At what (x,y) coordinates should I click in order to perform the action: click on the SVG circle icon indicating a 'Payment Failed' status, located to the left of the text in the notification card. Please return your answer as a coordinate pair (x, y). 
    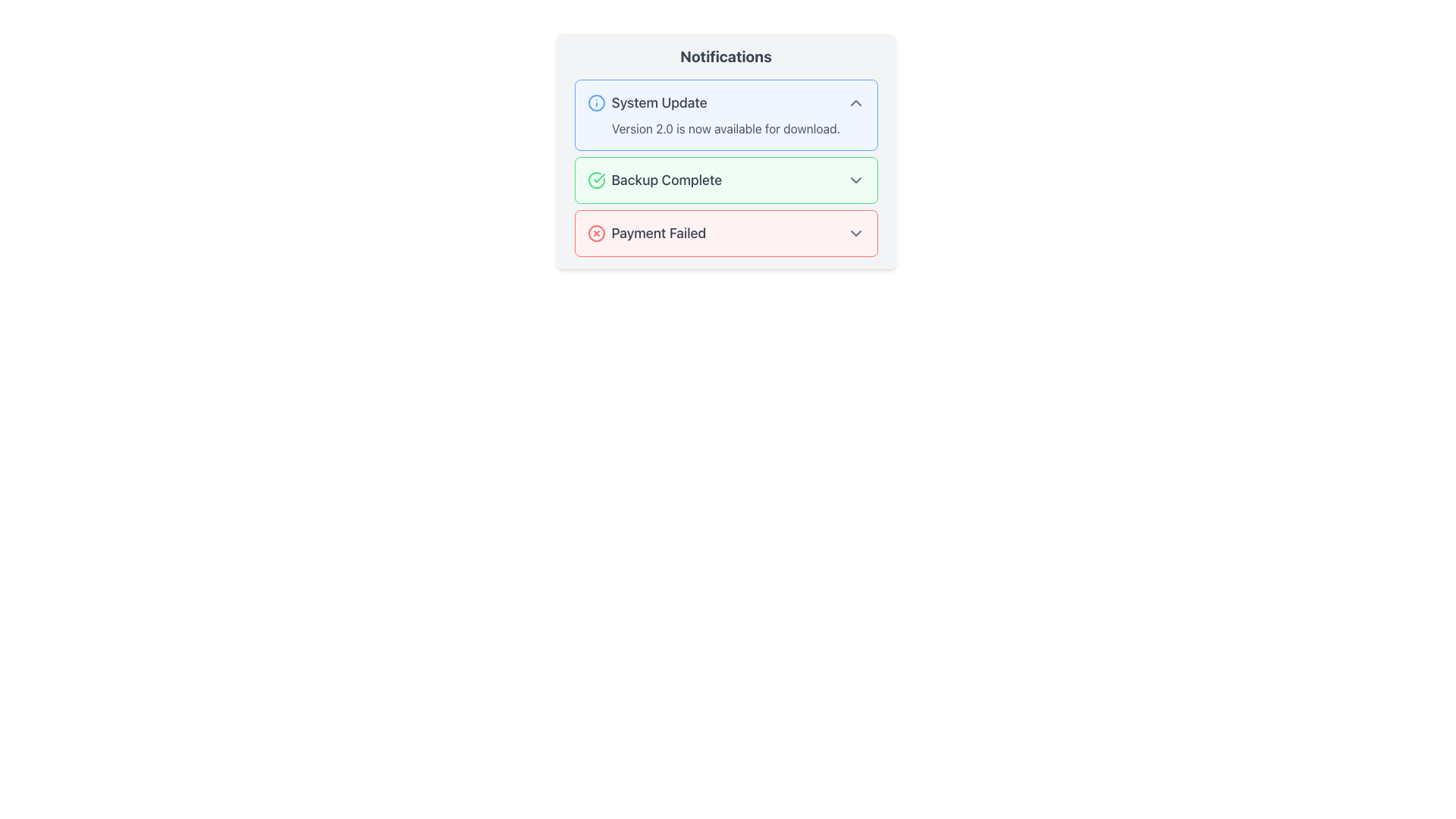
    Looking at the image, I should click on (595, 234).